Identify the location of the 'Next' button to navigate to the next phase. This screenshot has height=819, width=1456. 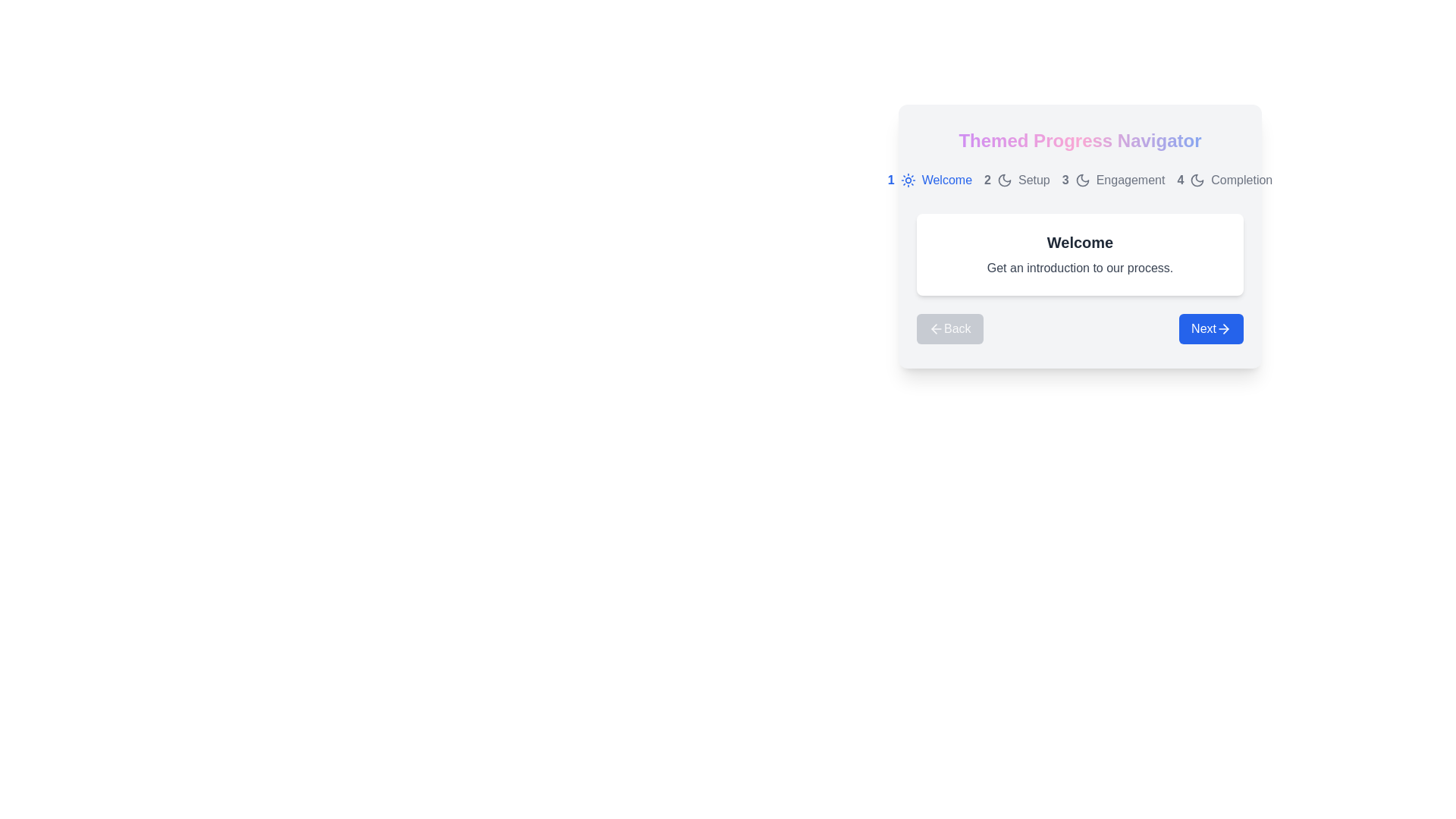
(1210, 328).